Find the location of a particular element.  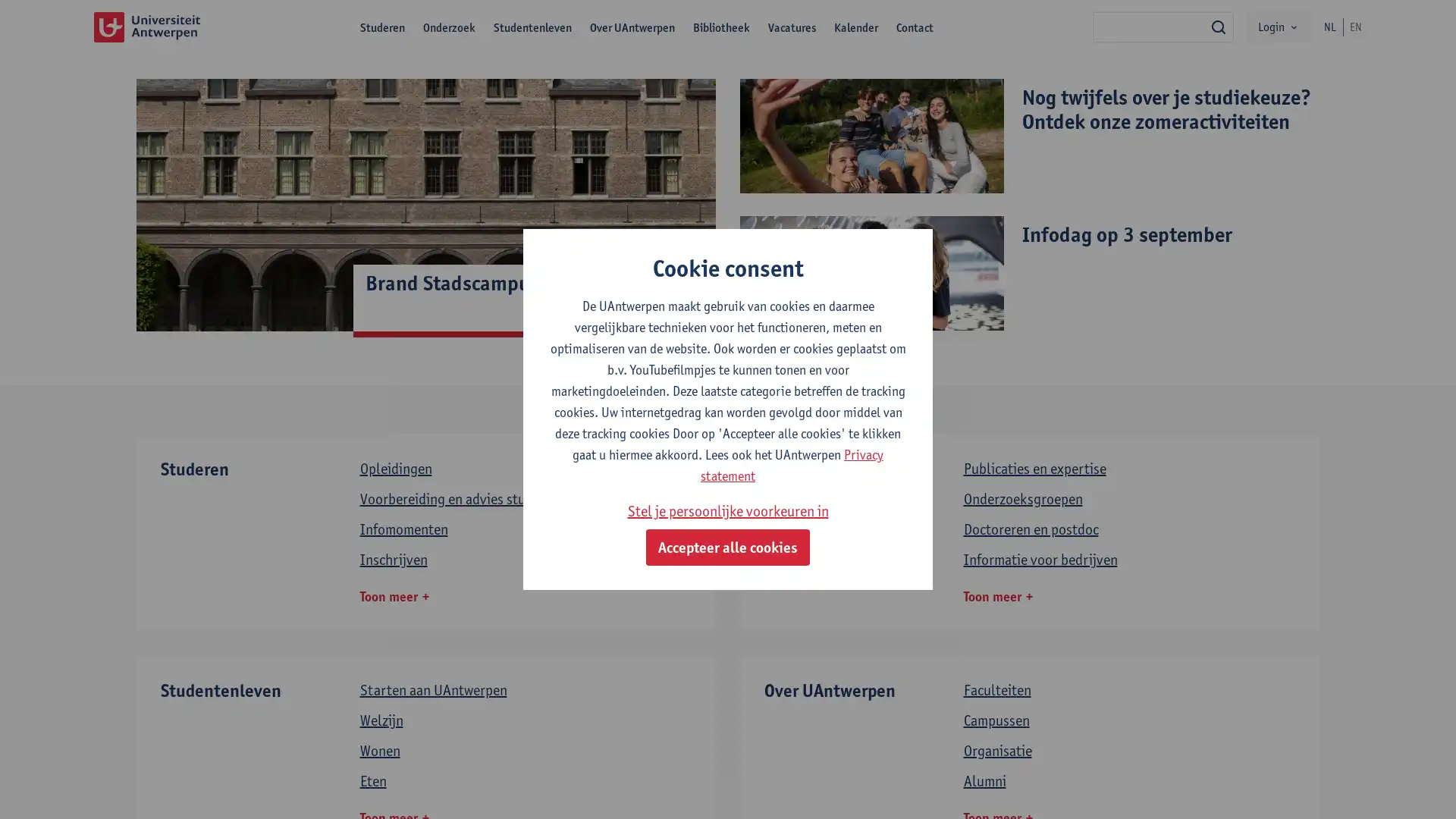

zoek is located at coordinates (1219, 27).